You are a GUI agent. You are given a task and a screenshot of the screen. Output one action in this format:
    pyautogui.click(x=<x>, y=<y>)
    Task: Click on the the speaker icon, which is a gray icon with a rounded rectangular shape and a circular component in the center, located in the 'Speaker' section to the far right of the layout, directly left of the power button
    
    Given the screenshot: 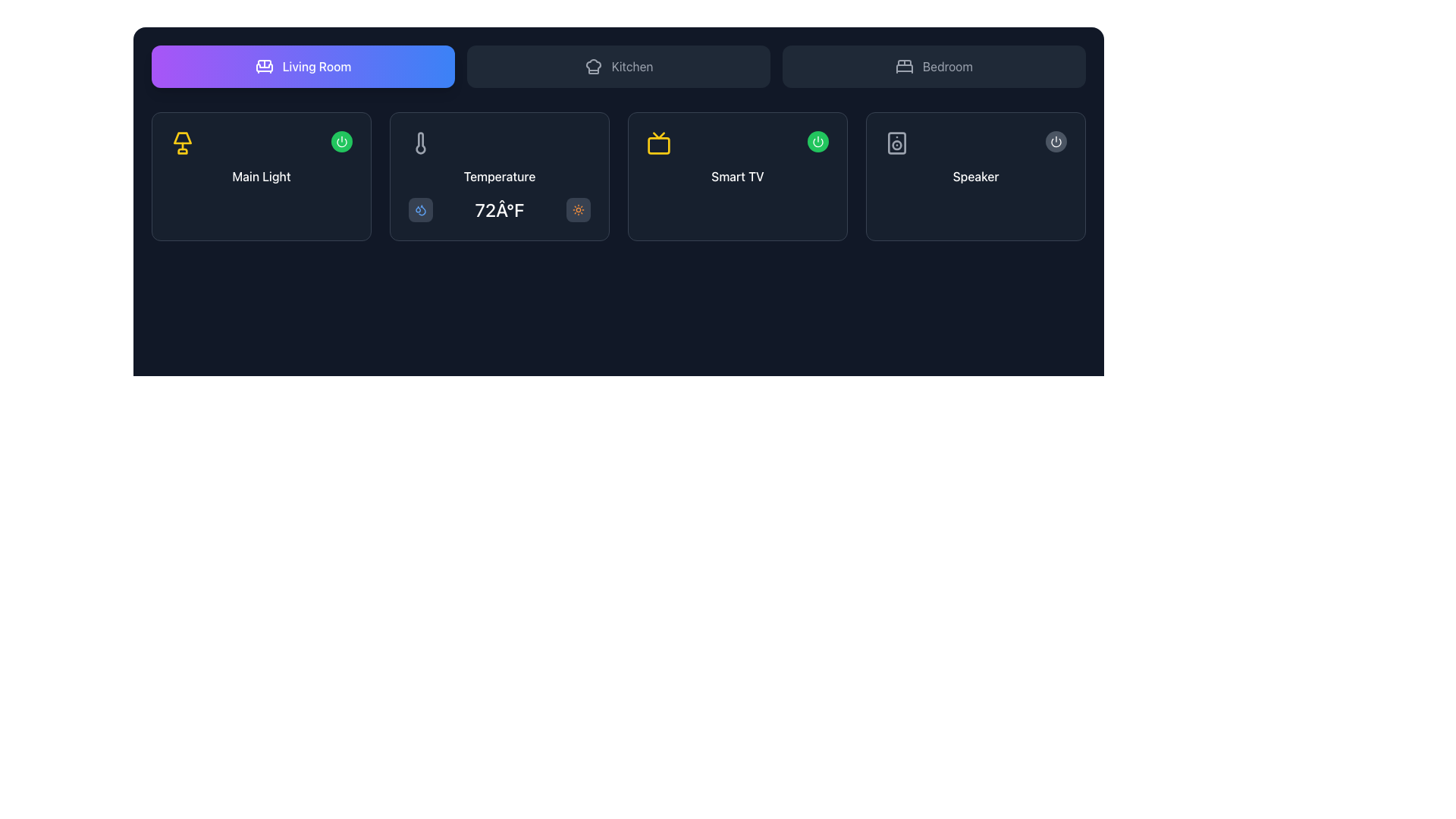 What is the action you would take?
    pyautogui.click(x=896, y=143)
    